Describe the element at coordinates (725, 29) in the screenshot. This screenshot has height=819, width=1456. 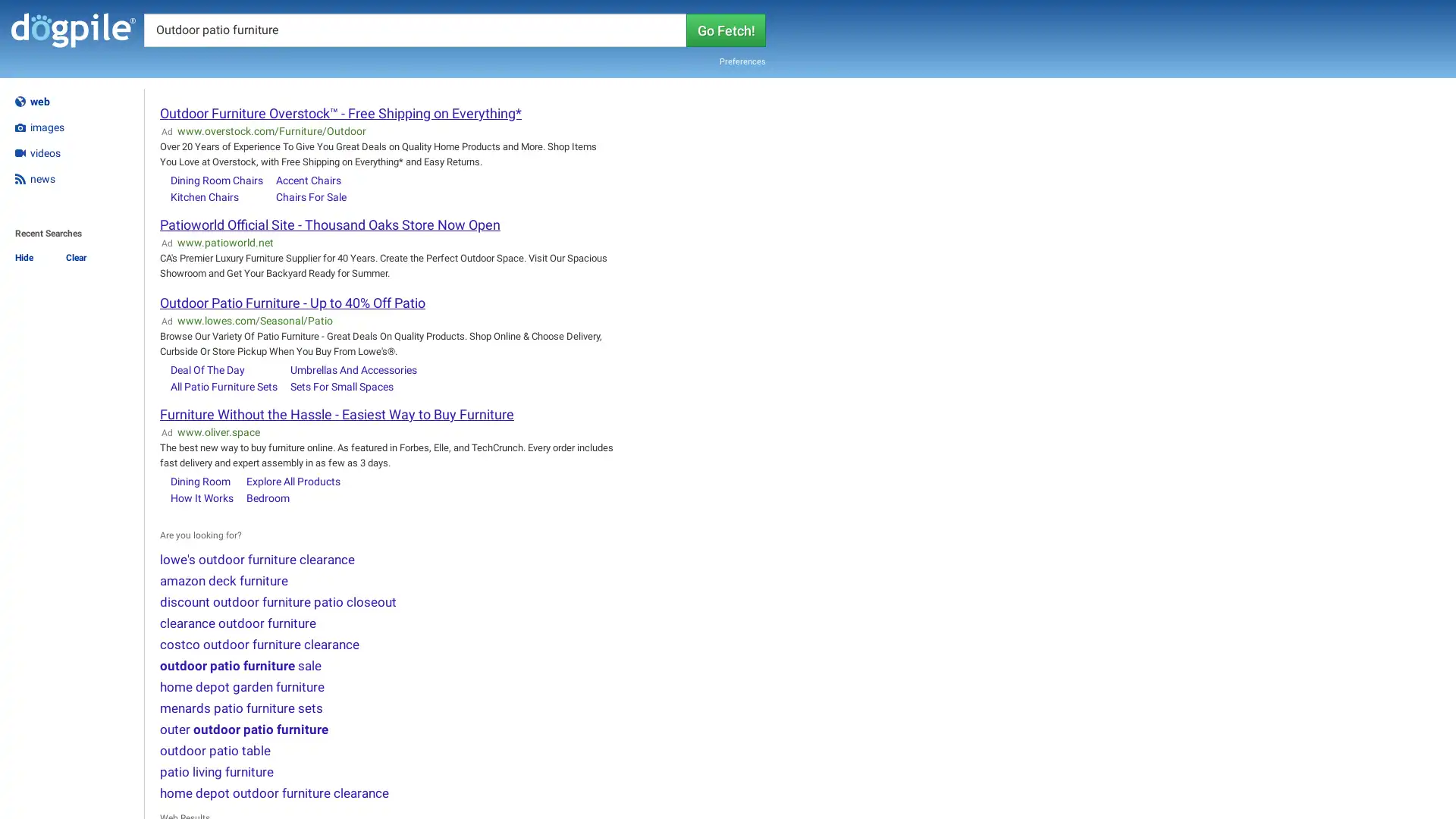
I see `Search` at that location.